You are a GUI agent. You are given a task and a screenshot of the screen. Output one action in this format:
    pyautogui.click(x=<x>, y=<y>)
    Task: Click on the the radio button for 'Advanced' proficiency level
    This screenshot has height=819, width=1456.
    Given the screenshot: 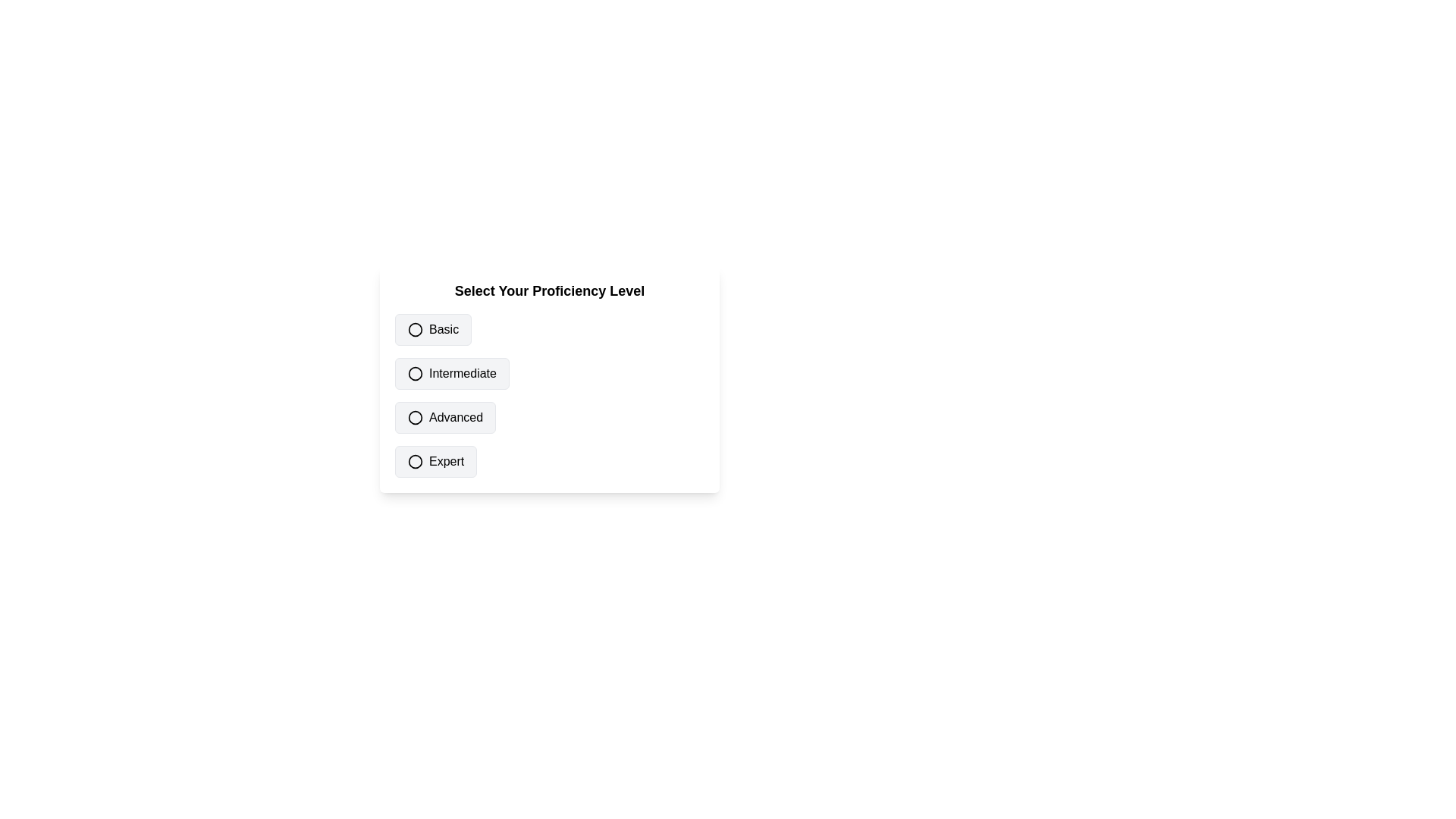 What is the action you would take?
    pyautogui.click(x=415, y=418)
    